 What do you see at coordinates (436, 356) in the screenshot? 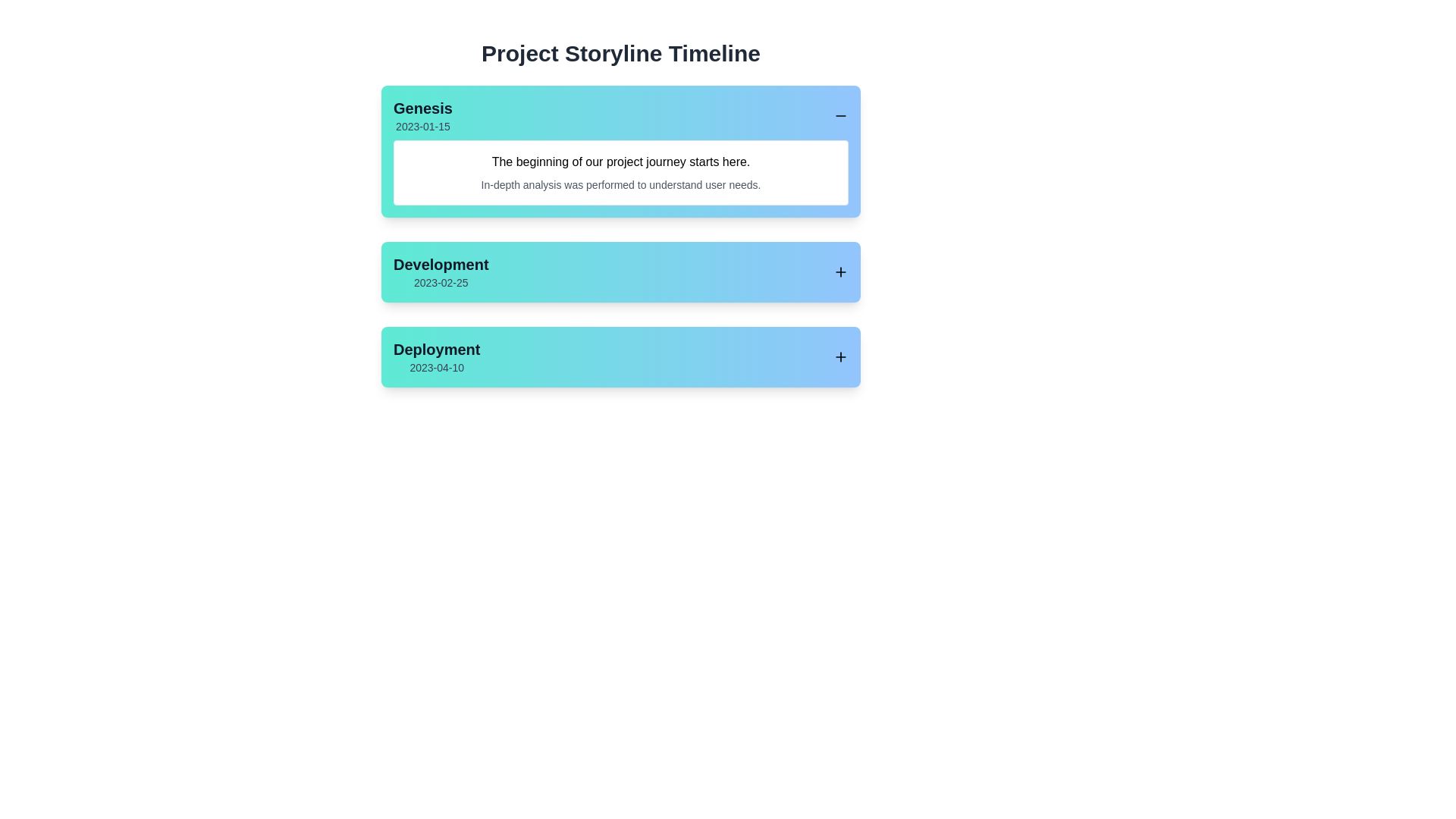
I see `information displayed in the Text Display element that shows 'Deployment' in bold and '2023-04-10' in smaller font against a gradient blue background` at bounding box center [436, 356].